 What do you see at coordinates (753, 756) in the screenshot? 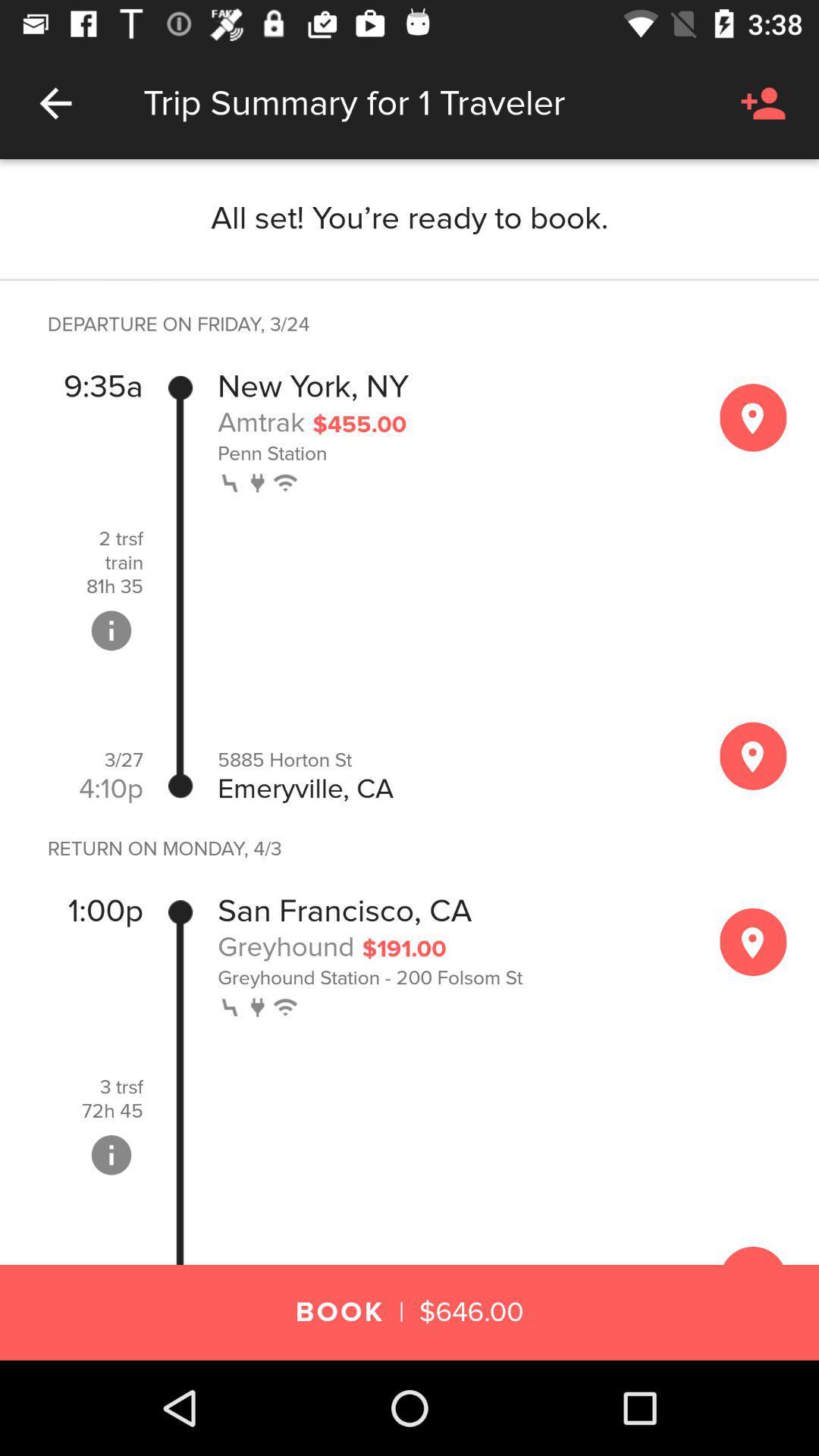
I see `show destination location` at bounding box center [753, 756].